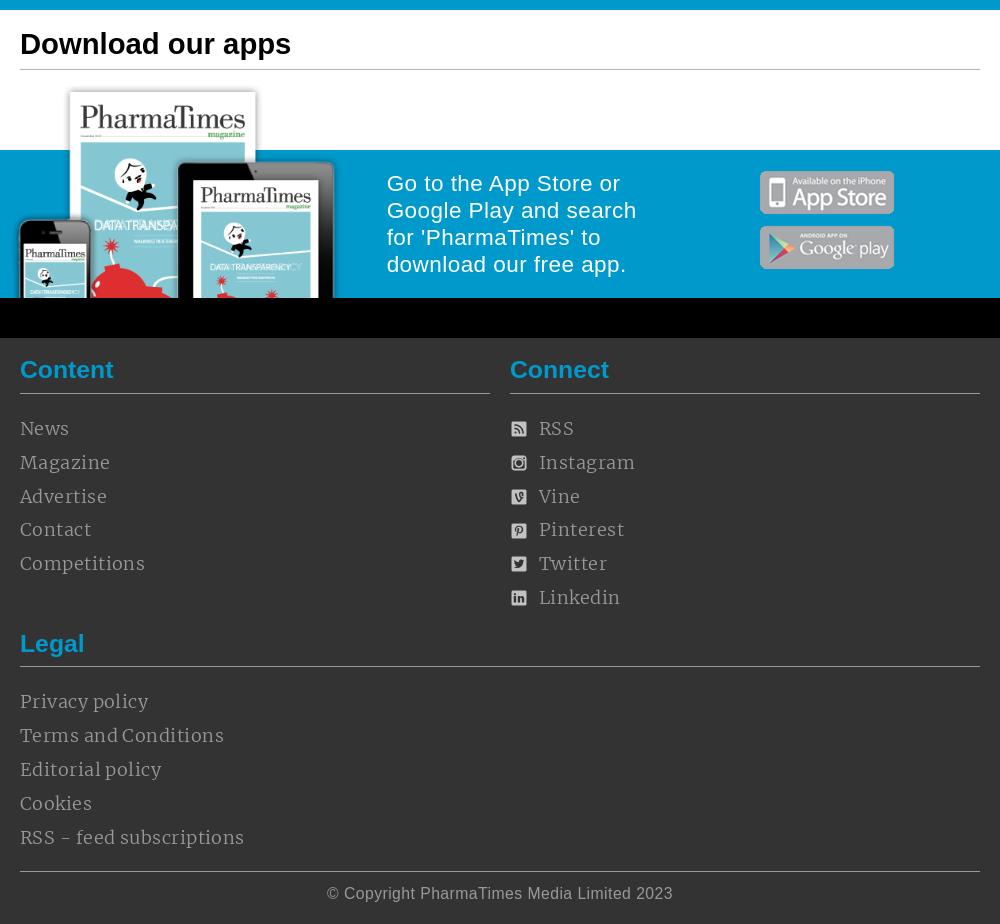 The height and width of the screenshot is (924, 1000). What do you see at coordinates (155, 42) in the screenshot?
I see `'Download our apps'` at bounding box center [155, 42].